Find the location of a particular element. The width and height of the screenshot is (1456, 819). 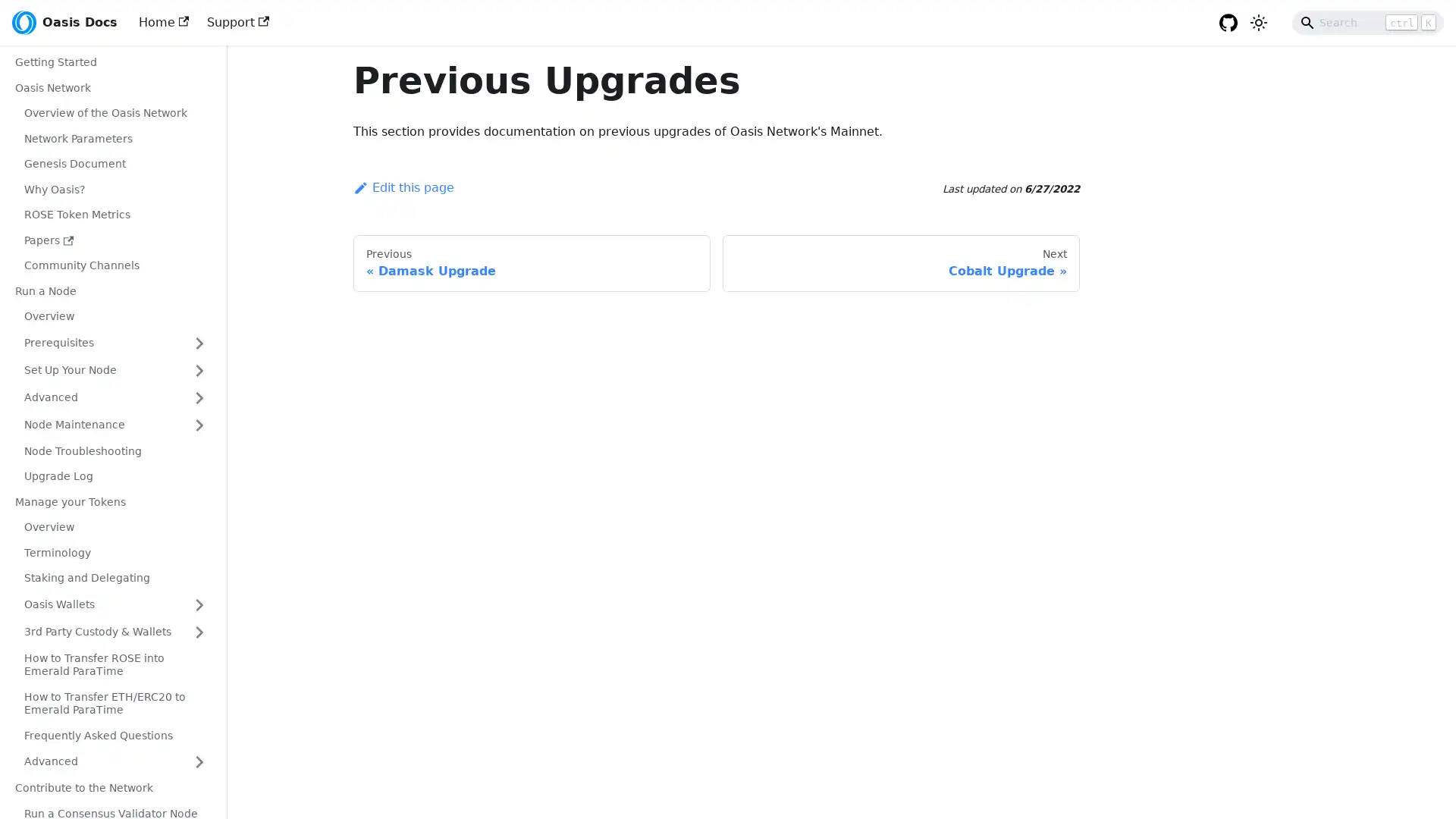

Toggle the collapsible sidebar category 'Advanced' is located at coordinates (199, 762).